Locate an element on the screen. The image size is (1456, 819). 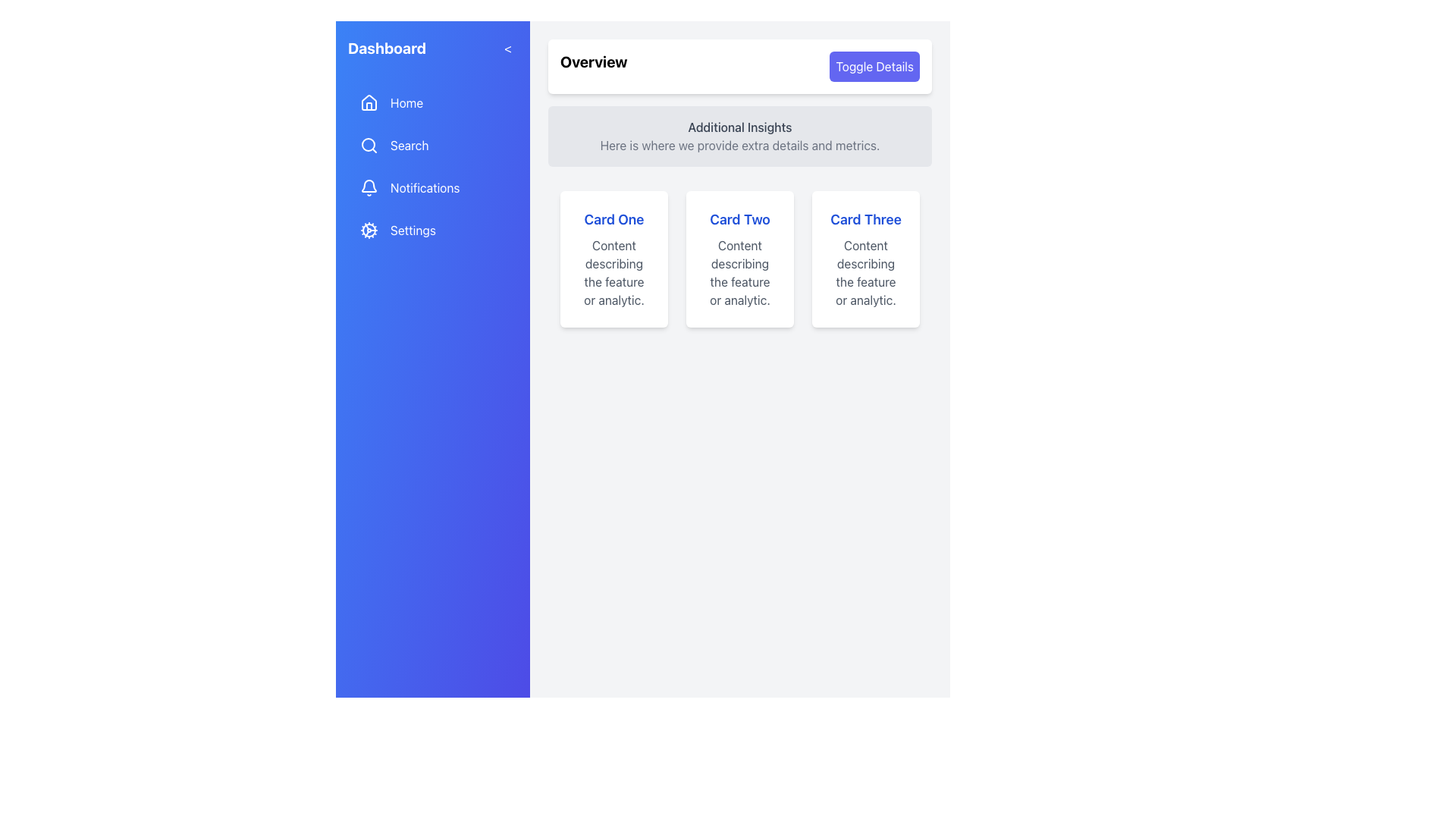
the bell-shaped vector graphic icon that serves as a visual indicator for the Notifications menu option, located in the vertical sidebar menu to the left of the 'Notifications' text label is located at coordinates (369, 185).